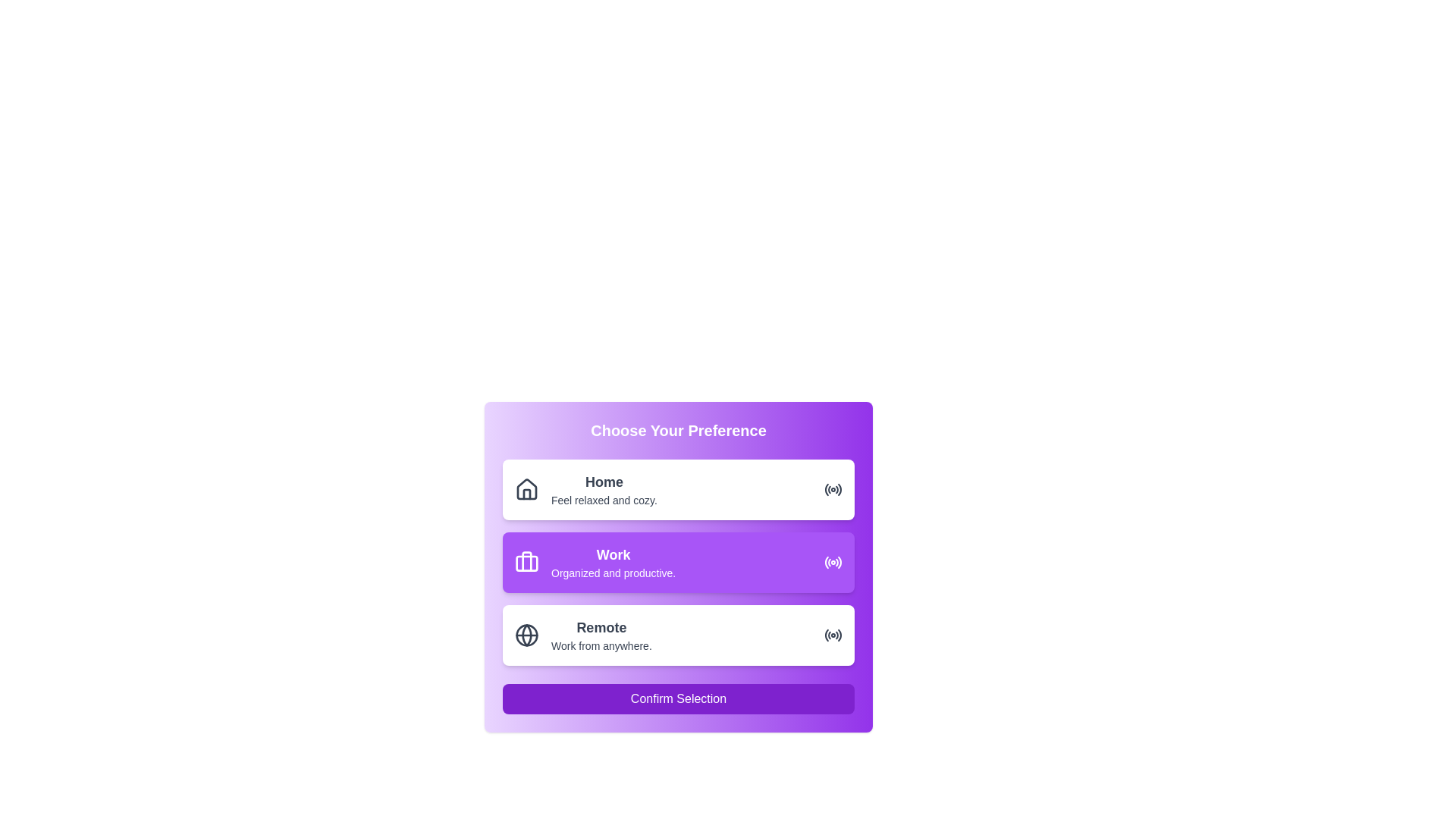 This screenshot has height=819, width=1456. Describe the element at coordinates (833, 562) in the screenshot. I see `the icon-based indicator representing the active state of the 'Work' option, located at the extreme right end of the second row within the card labeled 'Work - Organized and productive.'` at that location.